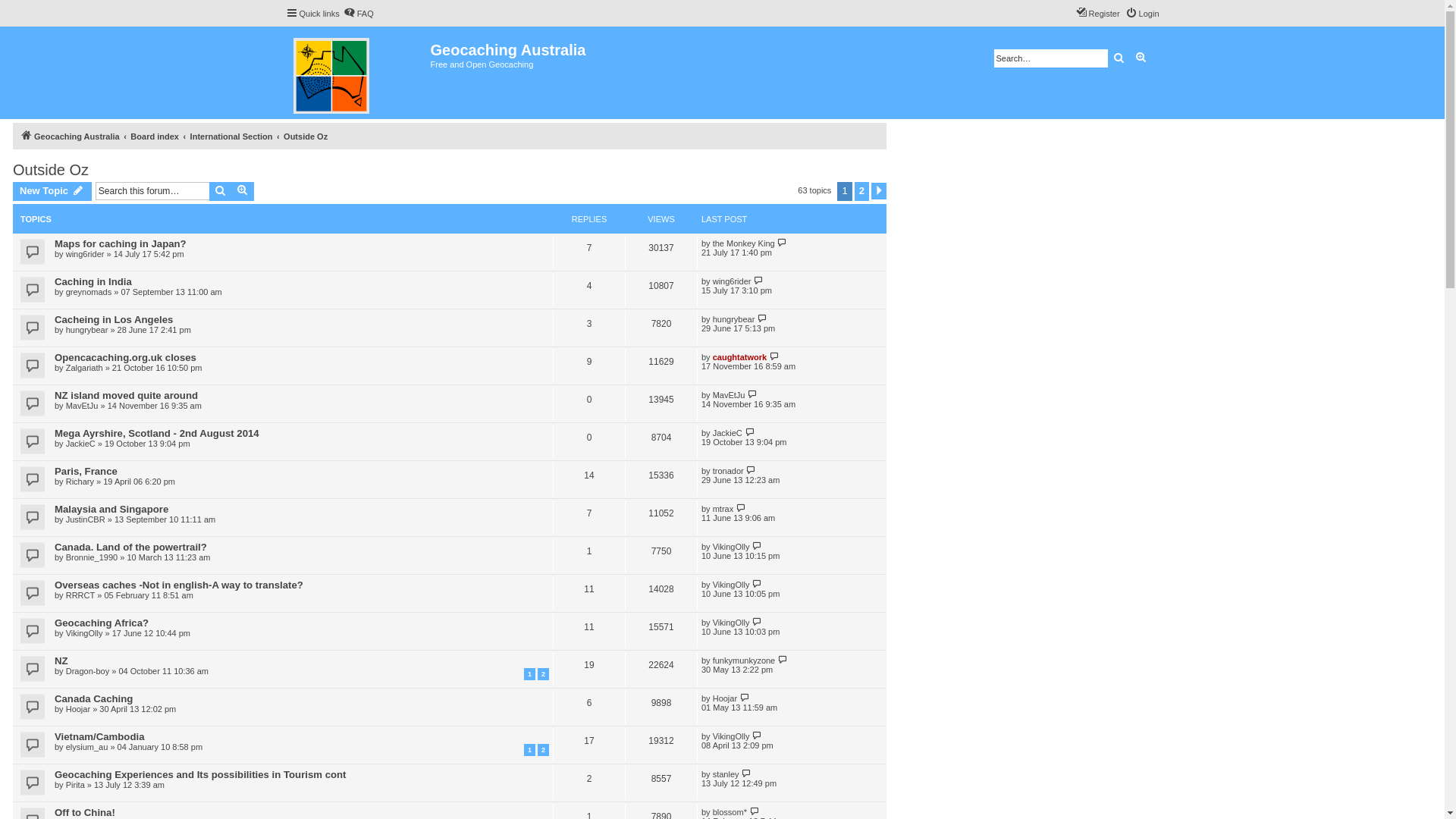 The width and height of the screenshot is (1456, 819). What do you see at coordinates (744, 660) in the screenshot?
I see `'funkymunkyzone'` at bounding box center [744, 660].